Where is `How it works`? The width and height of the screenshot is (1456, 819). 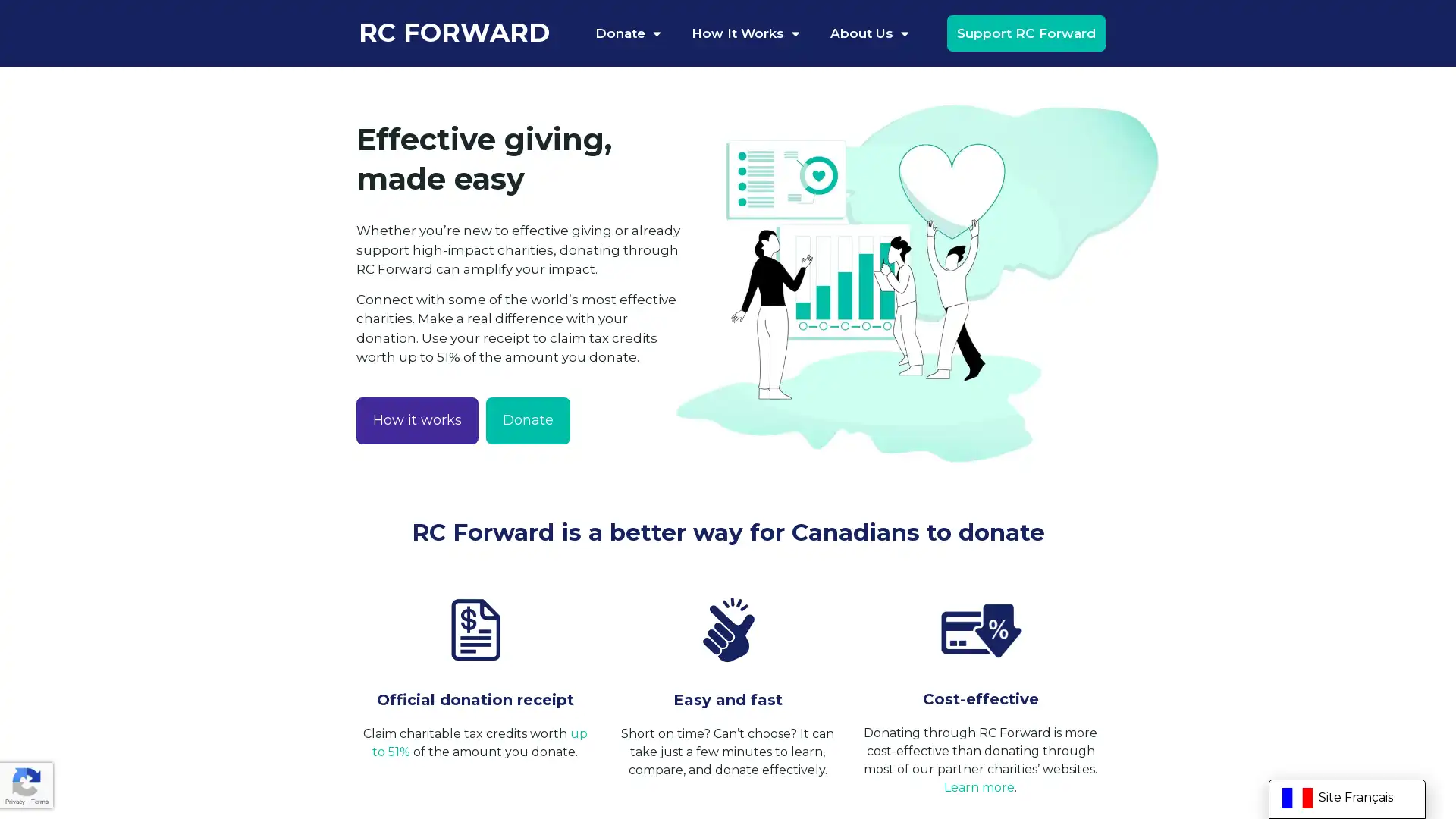
How it works is located at coordinates (417, 420).